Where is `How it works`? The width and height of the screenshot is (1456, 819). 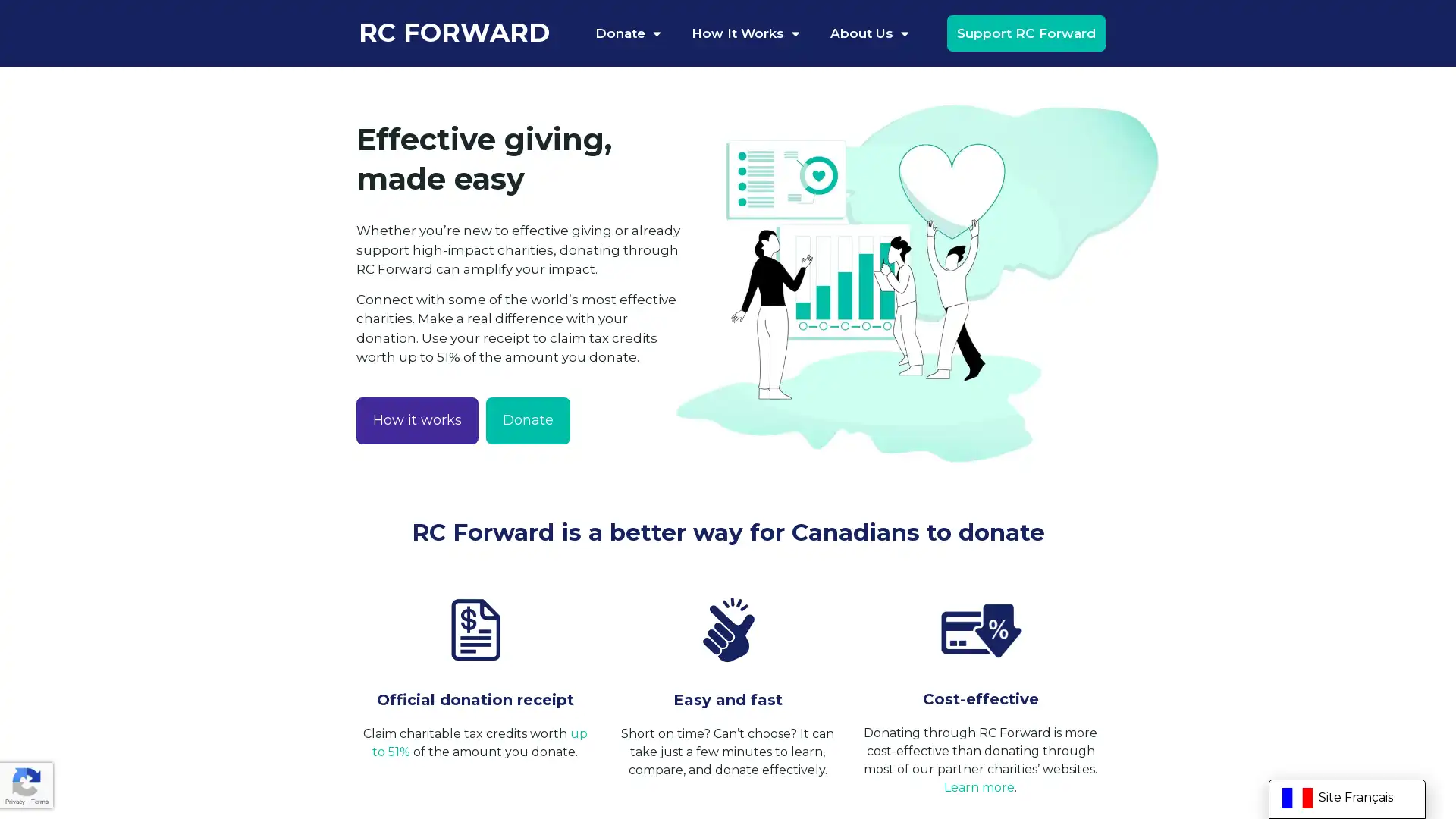
How it works is located at coordinates (417, 420).